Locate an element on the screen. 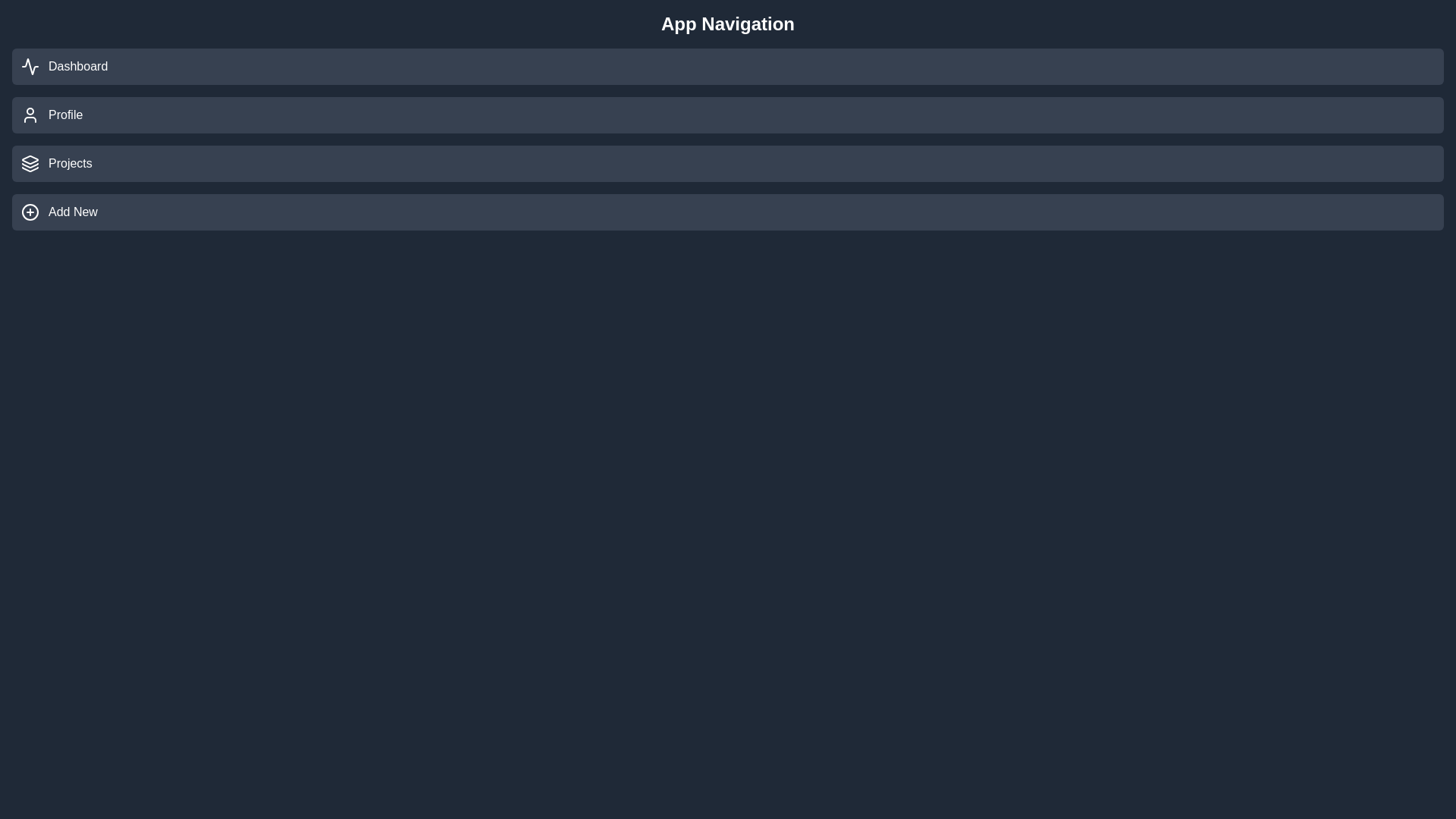 Image resolution: width=1456 pixels, height=819 pixels. the 'Add New' text label, which is styled in white over a dark background and positioned beneath the 'Projects' item in the navigation list is located at coordinates (72, 212).